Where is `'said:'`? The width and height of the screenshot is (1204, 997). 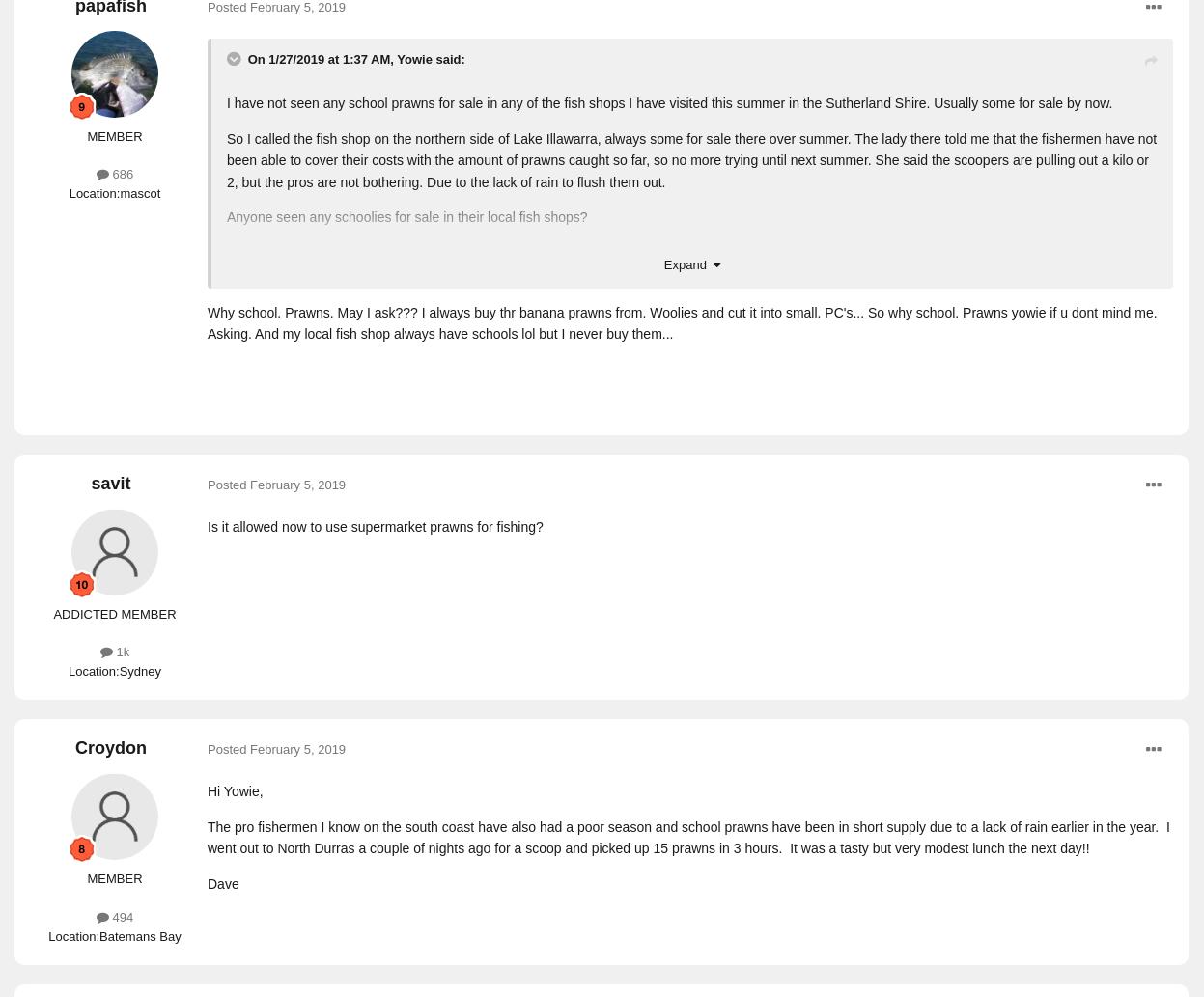 'said:' is located at coordinates (447, 58).